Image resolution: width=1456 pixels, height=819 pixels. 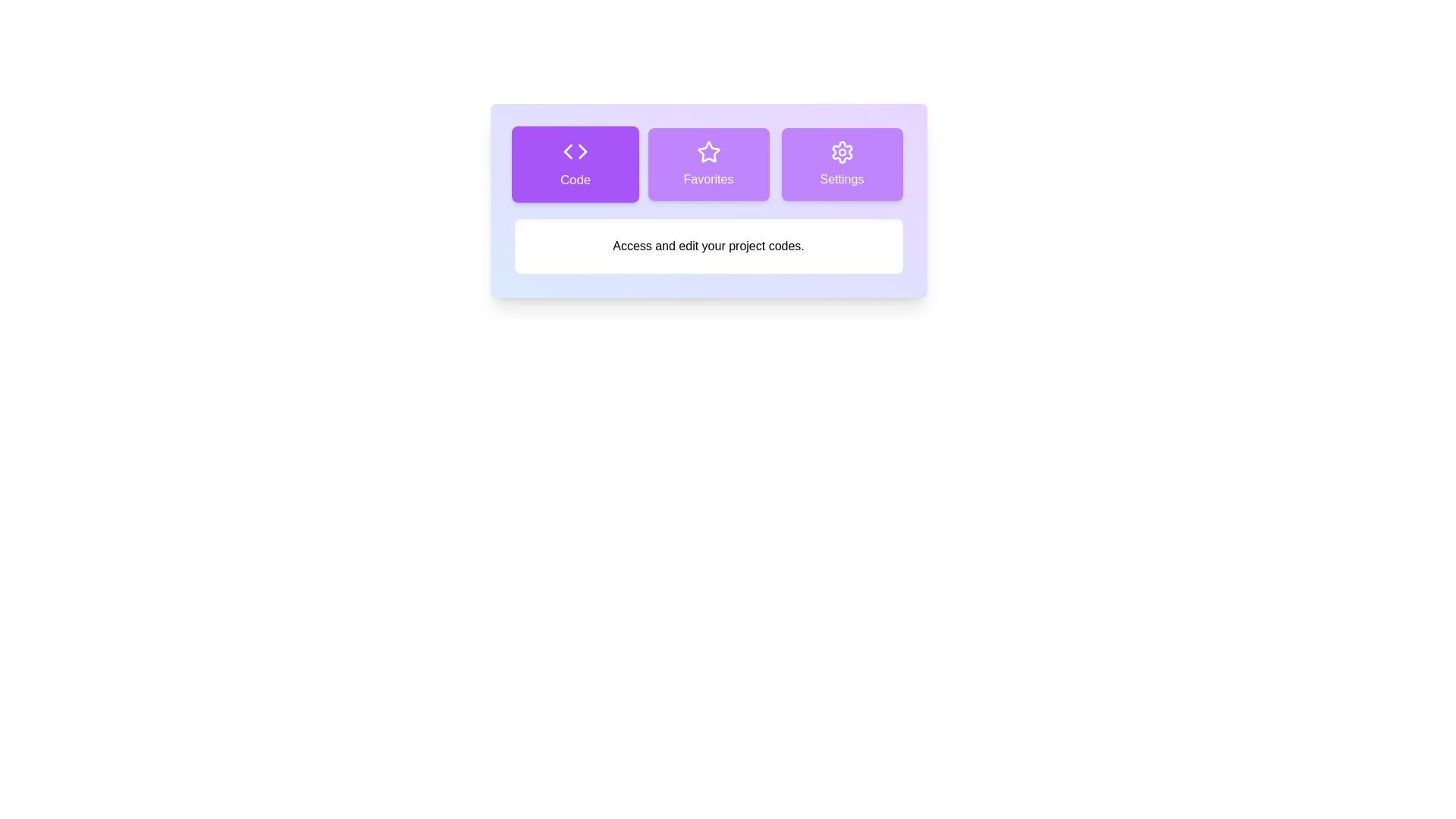 What do you see at coordinates (841, 152) in the screenshot?
I see `the settings icon, which is a minimalistic gear symbol located centrally within the purple card labeled 'Settings'` at bounding box center [841, 152].